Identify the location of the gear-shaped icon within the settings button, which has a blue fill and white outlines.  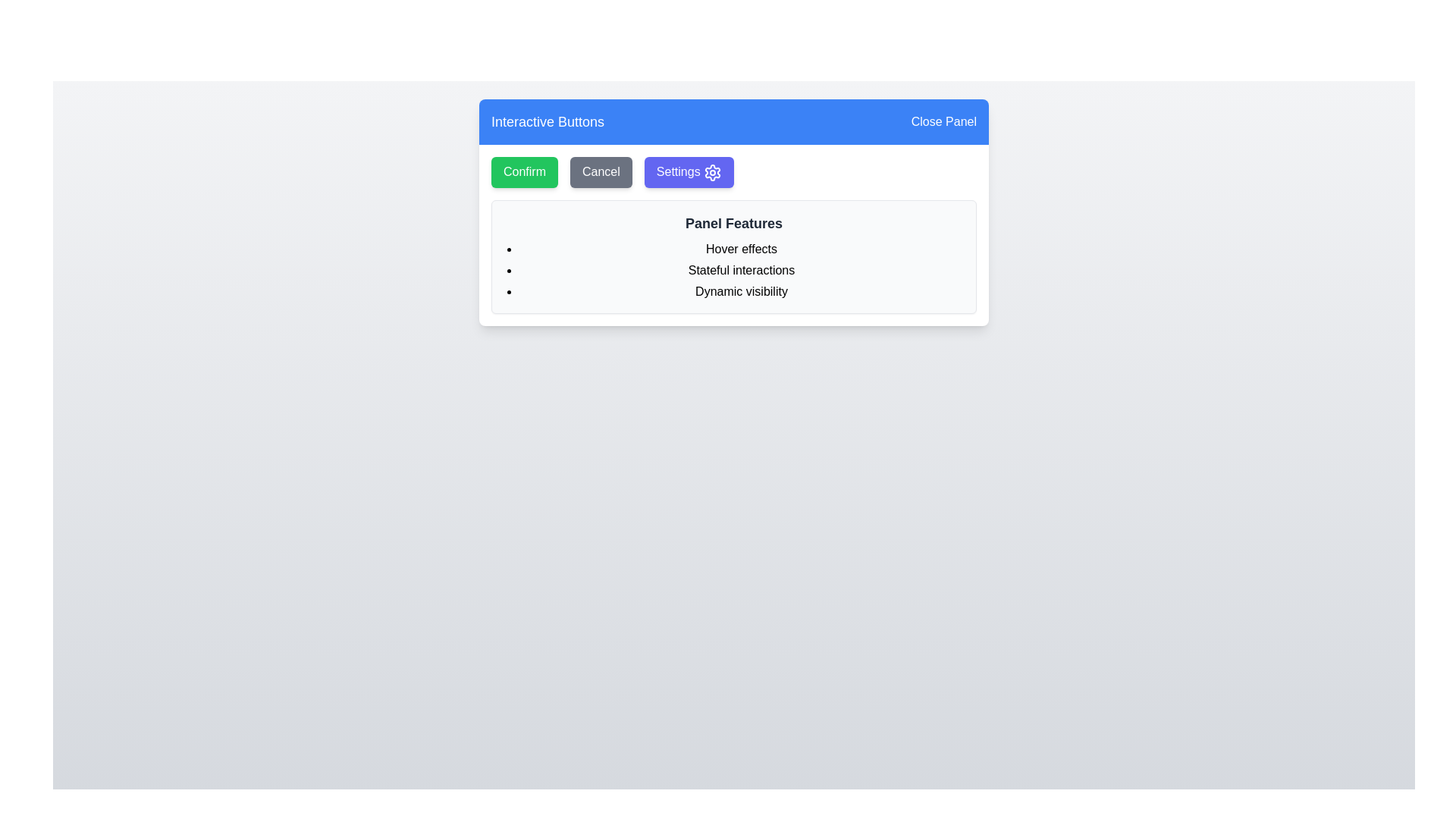
(711, 171).